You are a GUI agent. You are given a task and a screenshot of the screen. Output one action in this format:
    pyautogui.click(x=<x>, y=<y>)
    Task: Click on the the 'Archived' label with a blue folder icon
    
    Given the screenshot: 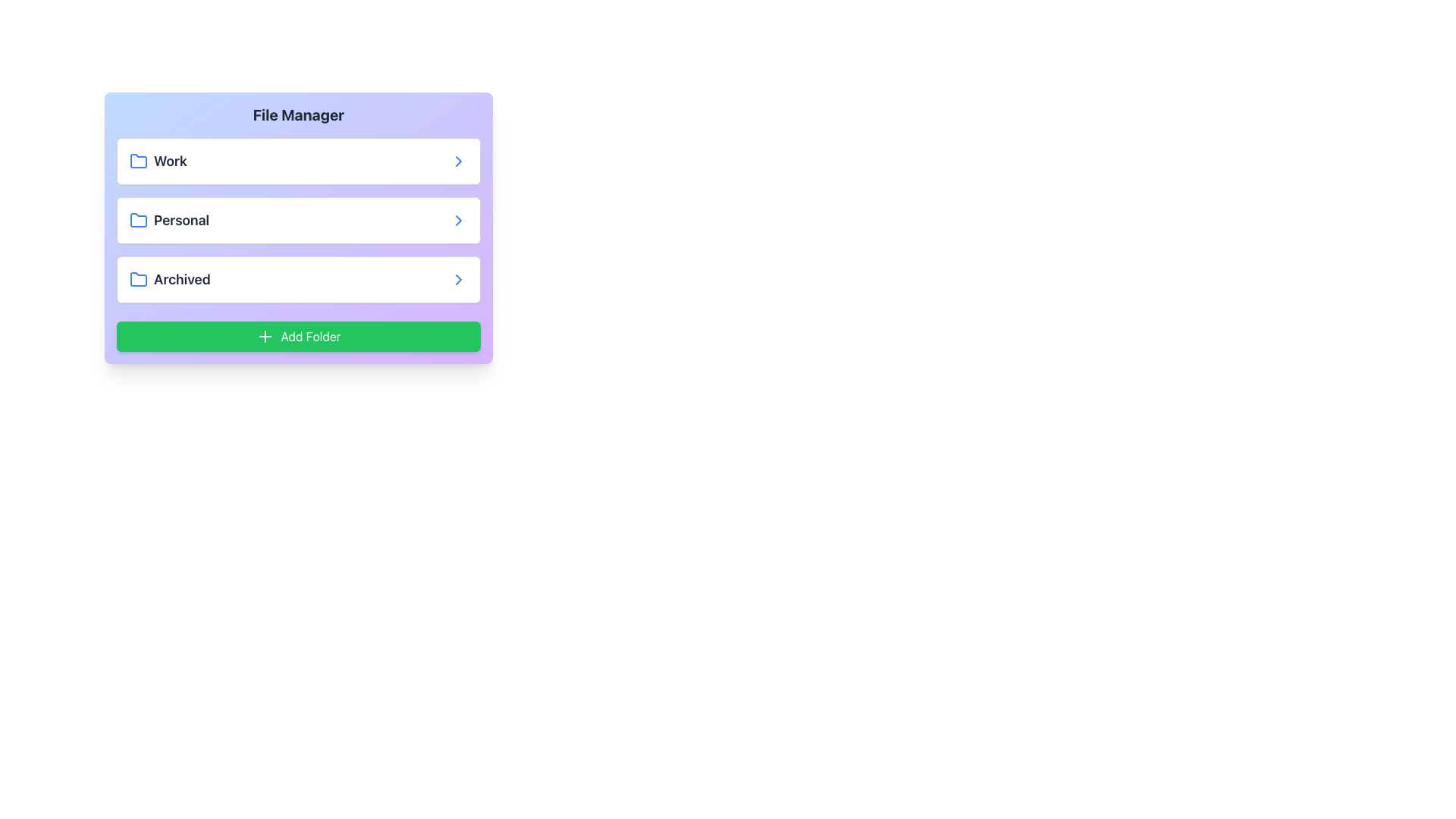 What is the action you would take?
    pyautogui.click(x=170, y=280)
    